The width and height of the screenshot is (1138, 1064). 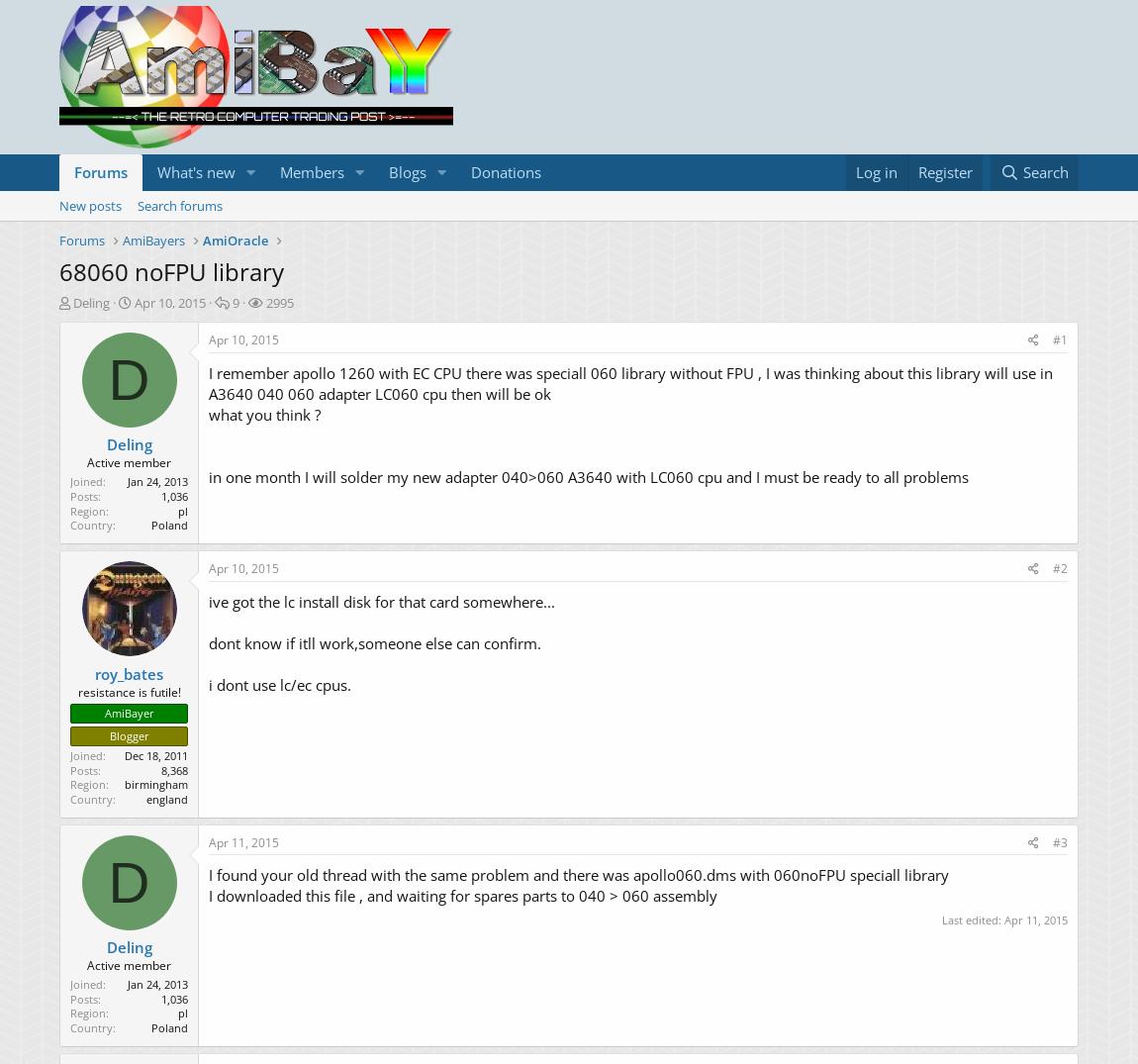 I want to click on 'ive got the lc install disk for that card somewhere...', so click(x=208, y=600).